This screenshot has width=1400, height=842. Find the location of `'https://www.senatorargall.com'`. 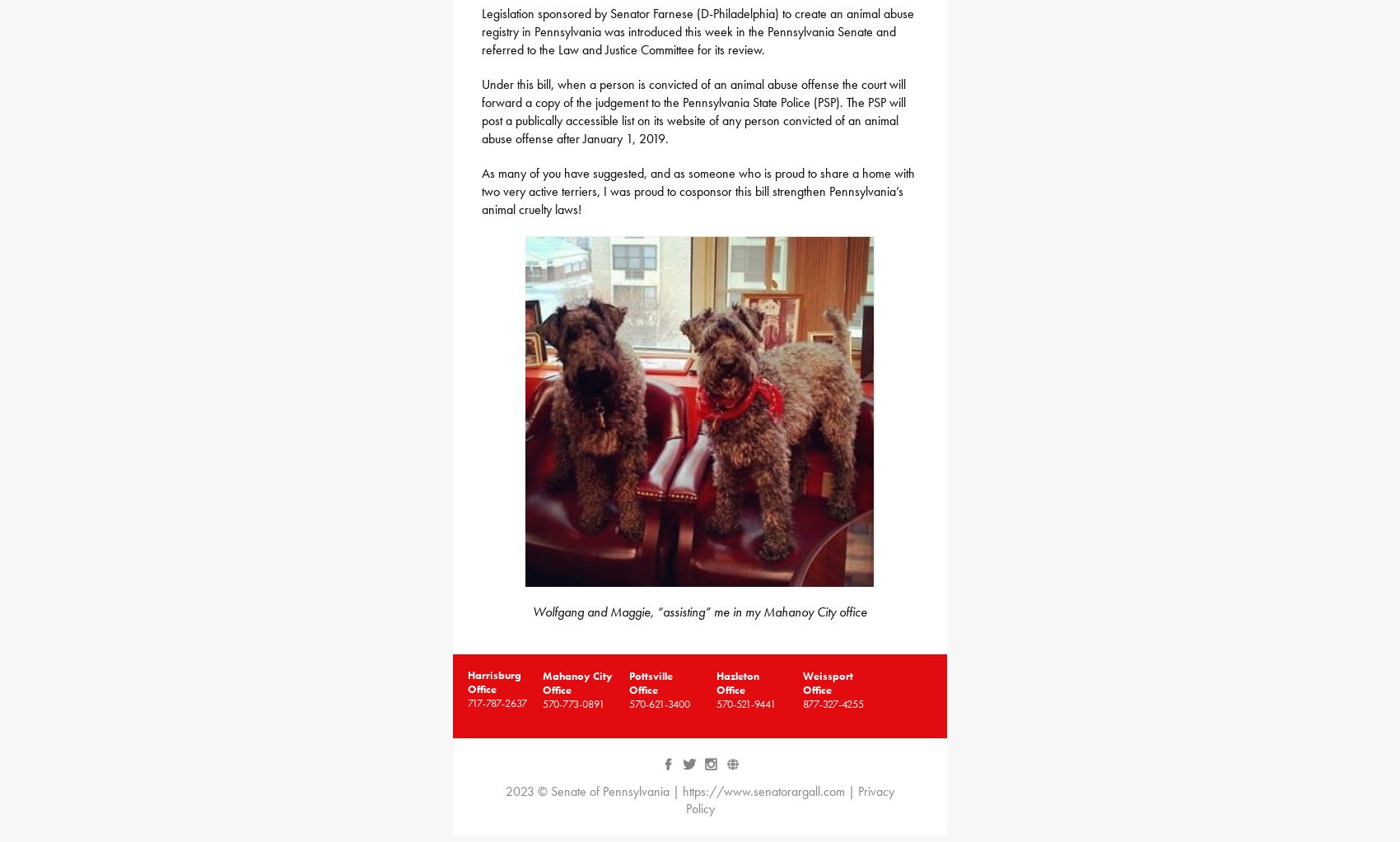

'https://www.senatorargall.com' is located at coordinates (681, 791).